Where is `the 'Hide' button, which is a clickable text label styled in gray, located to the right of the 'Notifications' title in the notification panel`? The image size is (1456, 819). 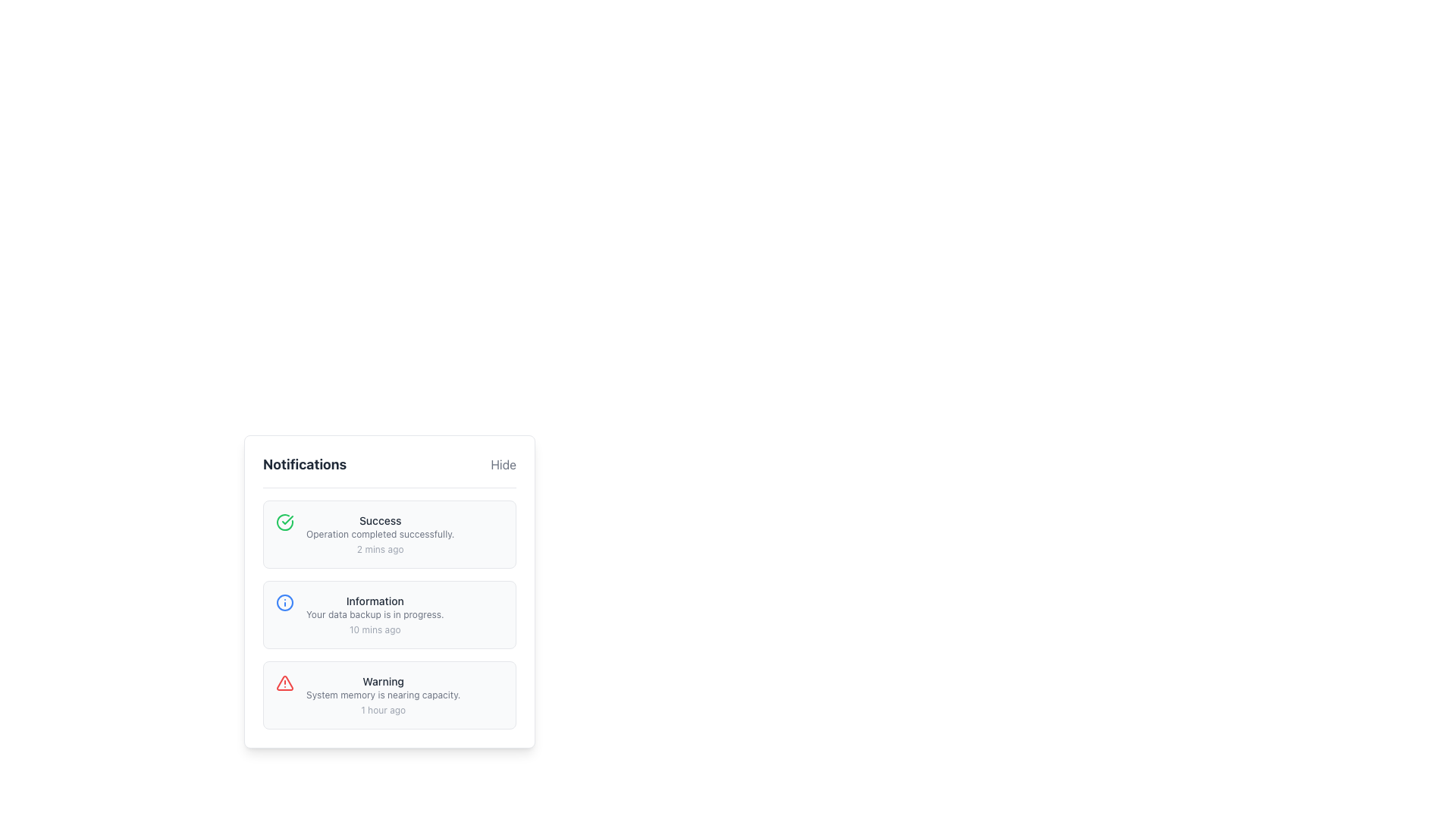
the 'Hide' button, which is a clickable text label styled in gray, located to the right of the 'Notifications' title in the notification panel is located at coordinates (504, 464).